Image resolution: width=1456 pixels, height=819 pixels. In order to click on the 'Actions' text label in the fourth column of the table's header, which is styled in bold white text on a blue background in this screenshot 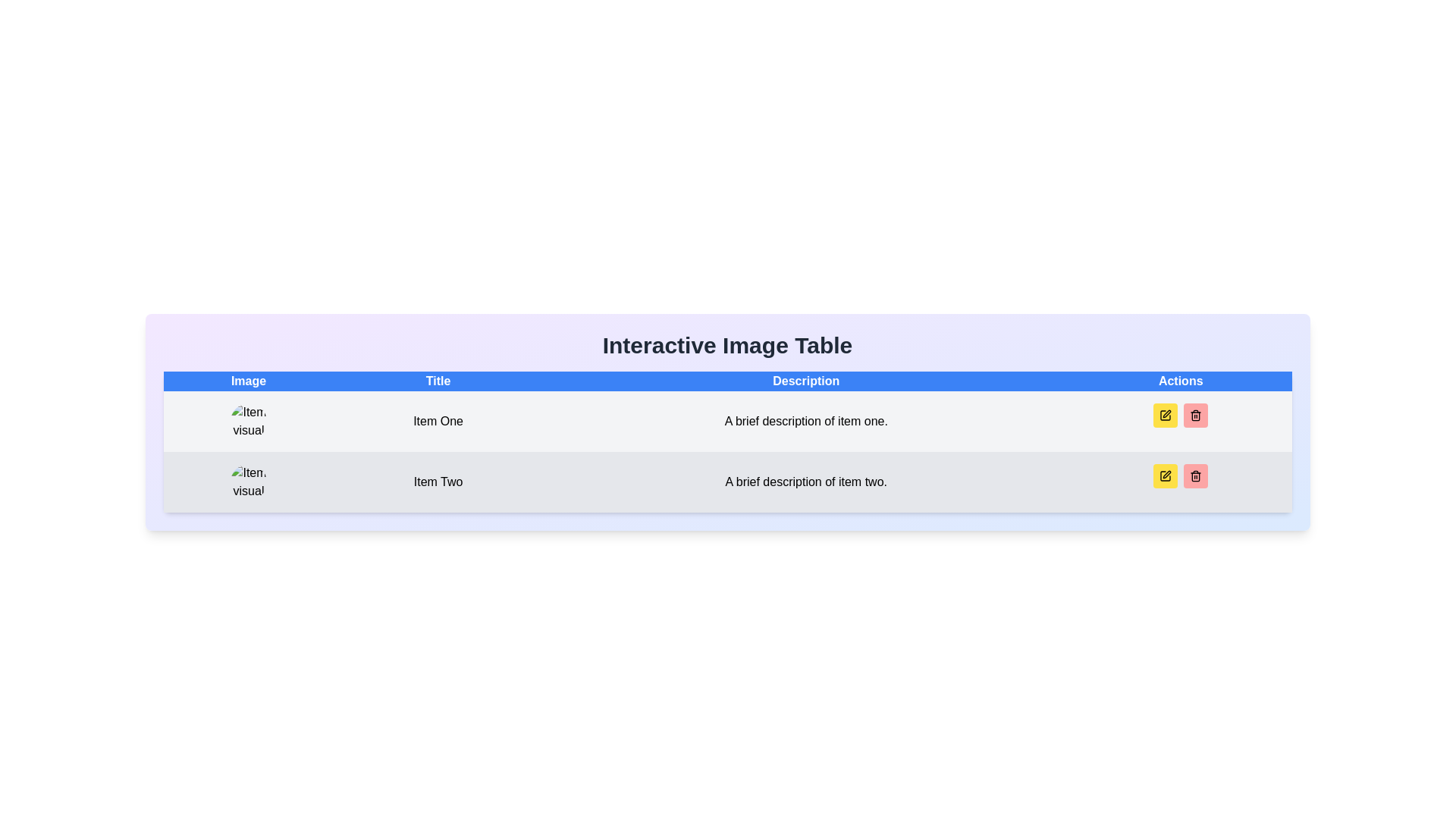, I will do `click(1180, 380)`.